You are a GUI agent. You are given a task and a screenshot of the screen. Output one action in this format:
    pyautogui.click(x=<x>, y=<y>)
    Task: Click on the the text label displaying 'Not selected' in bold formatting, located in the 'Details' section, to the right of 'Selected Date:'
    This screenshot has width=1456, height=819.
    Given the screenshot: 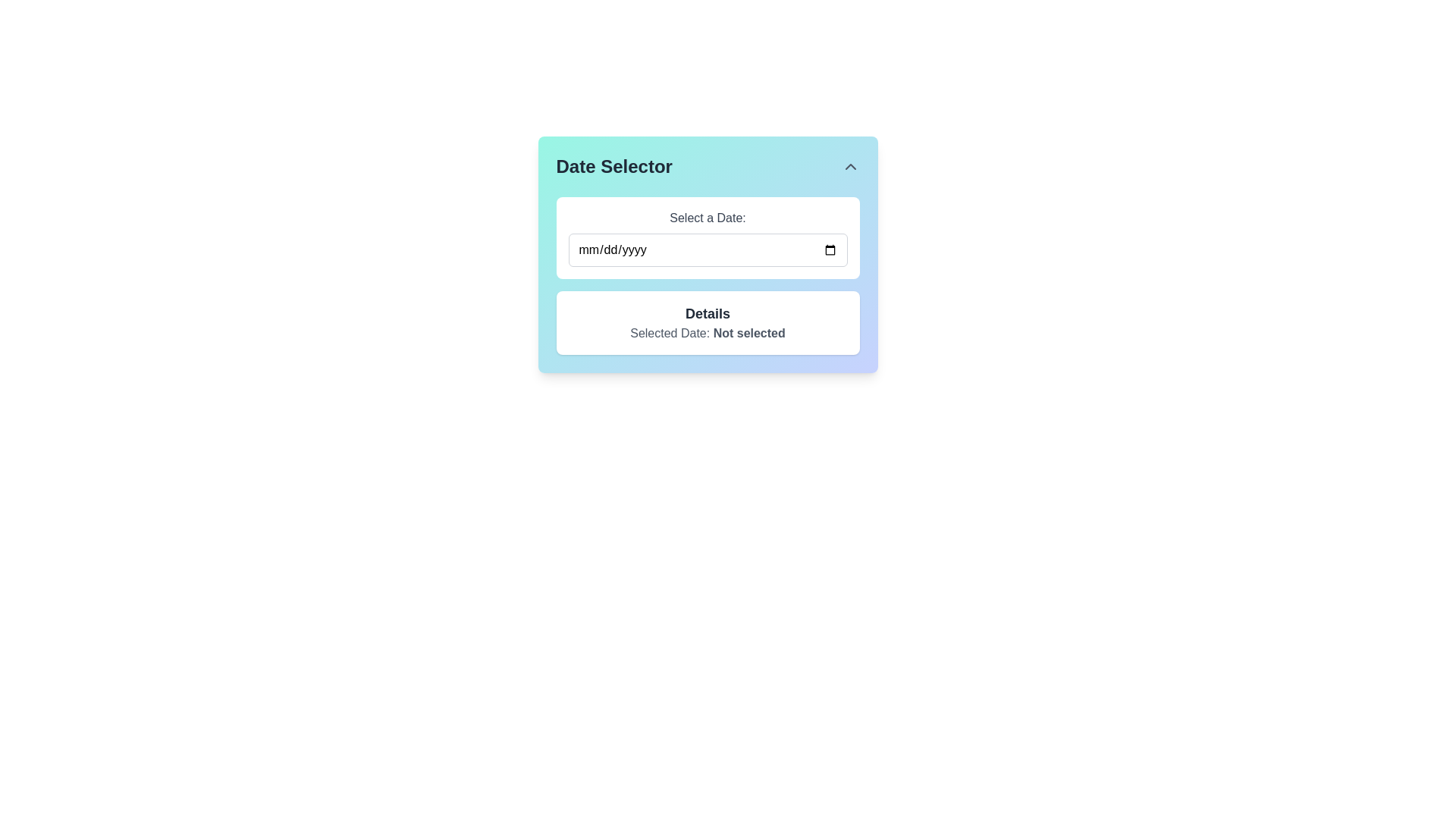 What is the action you would take?
    pyautogui.click(x=749, y=332)
    